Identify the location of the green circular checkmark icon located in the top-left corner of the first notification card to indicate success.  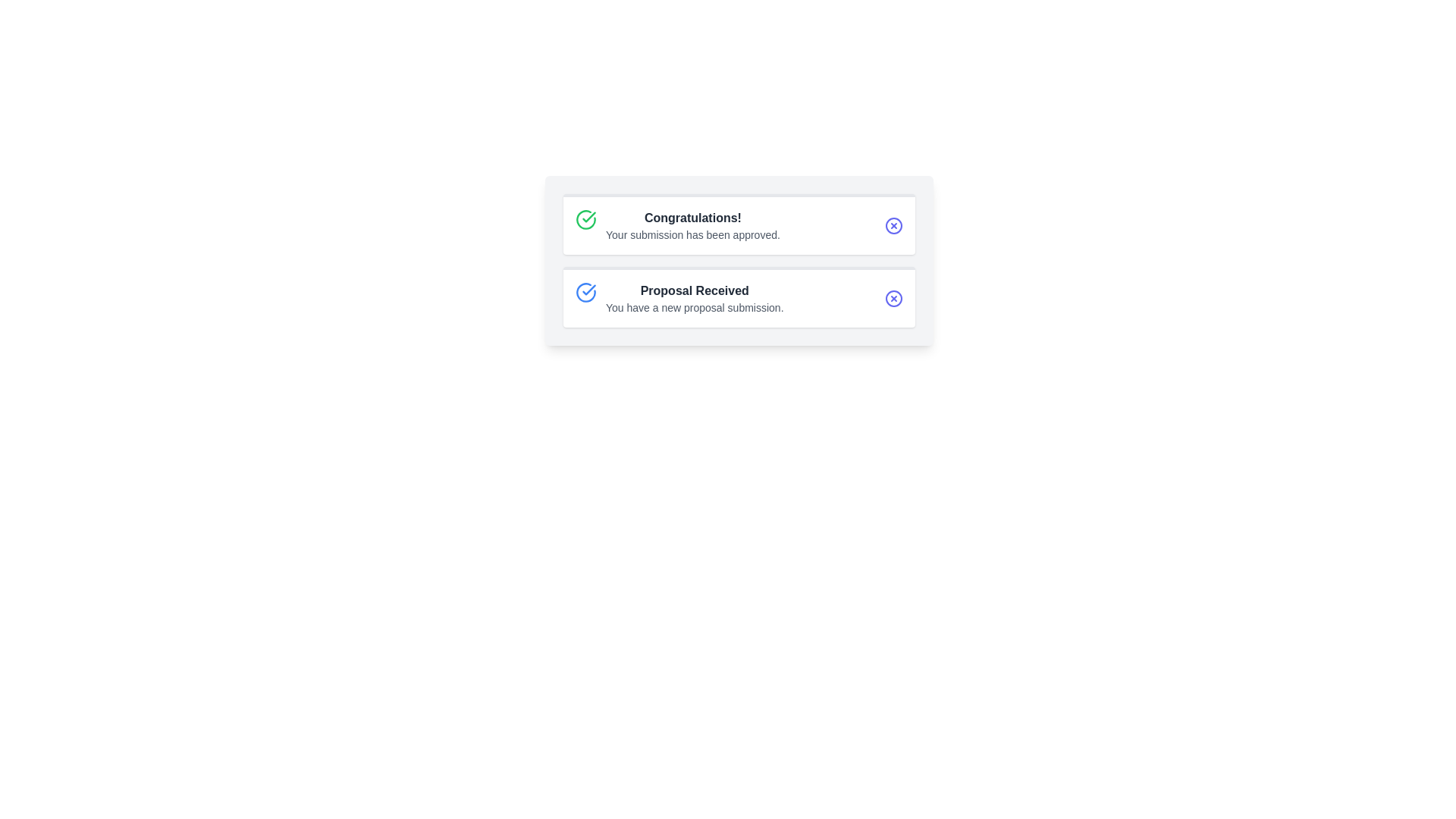
(588, 217).